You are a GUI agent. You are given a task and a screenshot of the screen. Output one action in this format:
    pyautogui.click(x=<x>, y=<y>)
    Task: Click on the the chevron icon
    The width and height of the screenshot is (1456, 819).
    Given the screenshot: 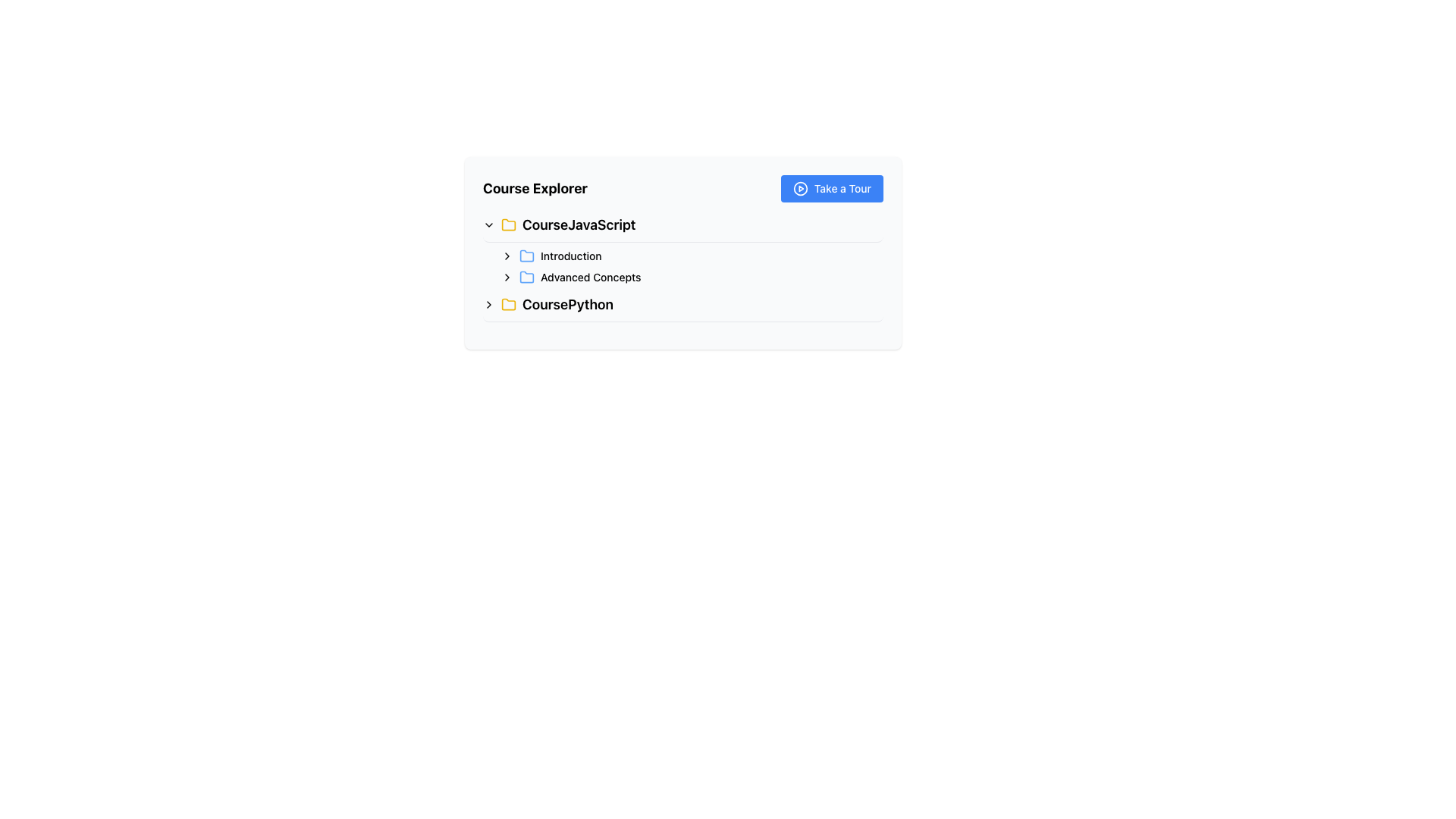 What is the action you would take?
    pyautogui.click(x=507, y=256)
    